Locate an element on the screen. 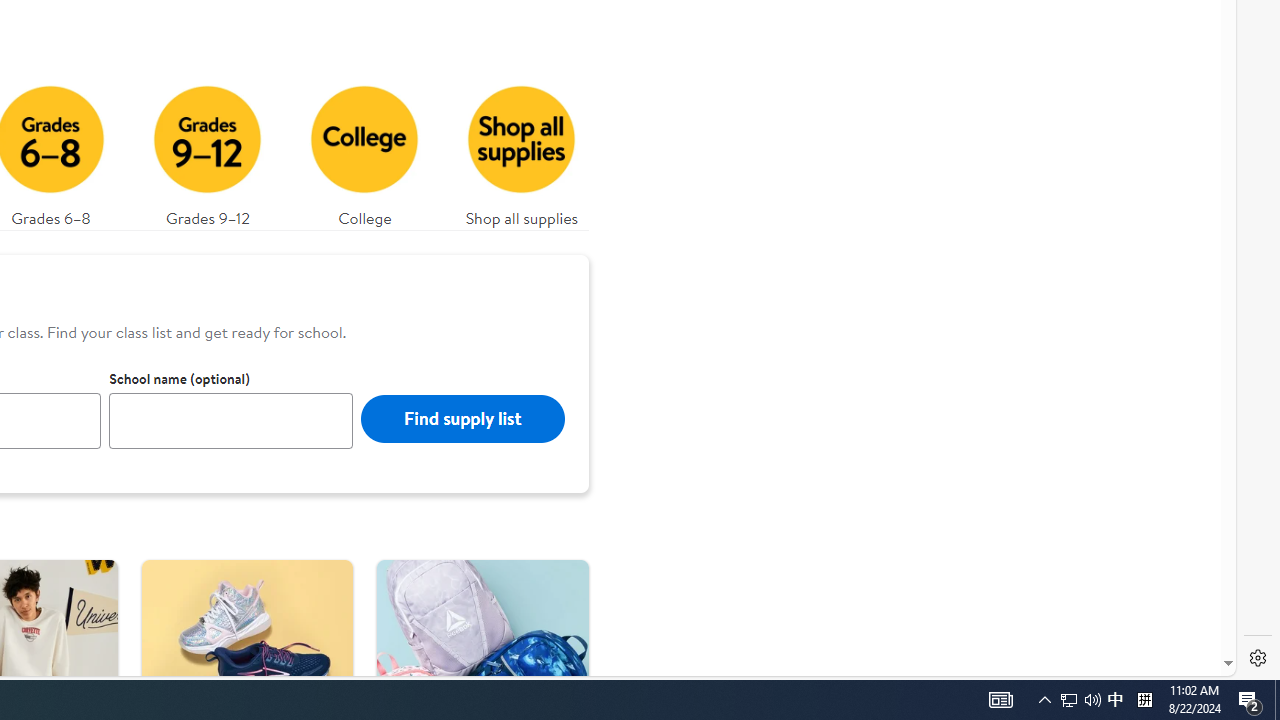 The width and height of the screenshot is (1280, 720). 'College' is located at coordinates (365, 150).